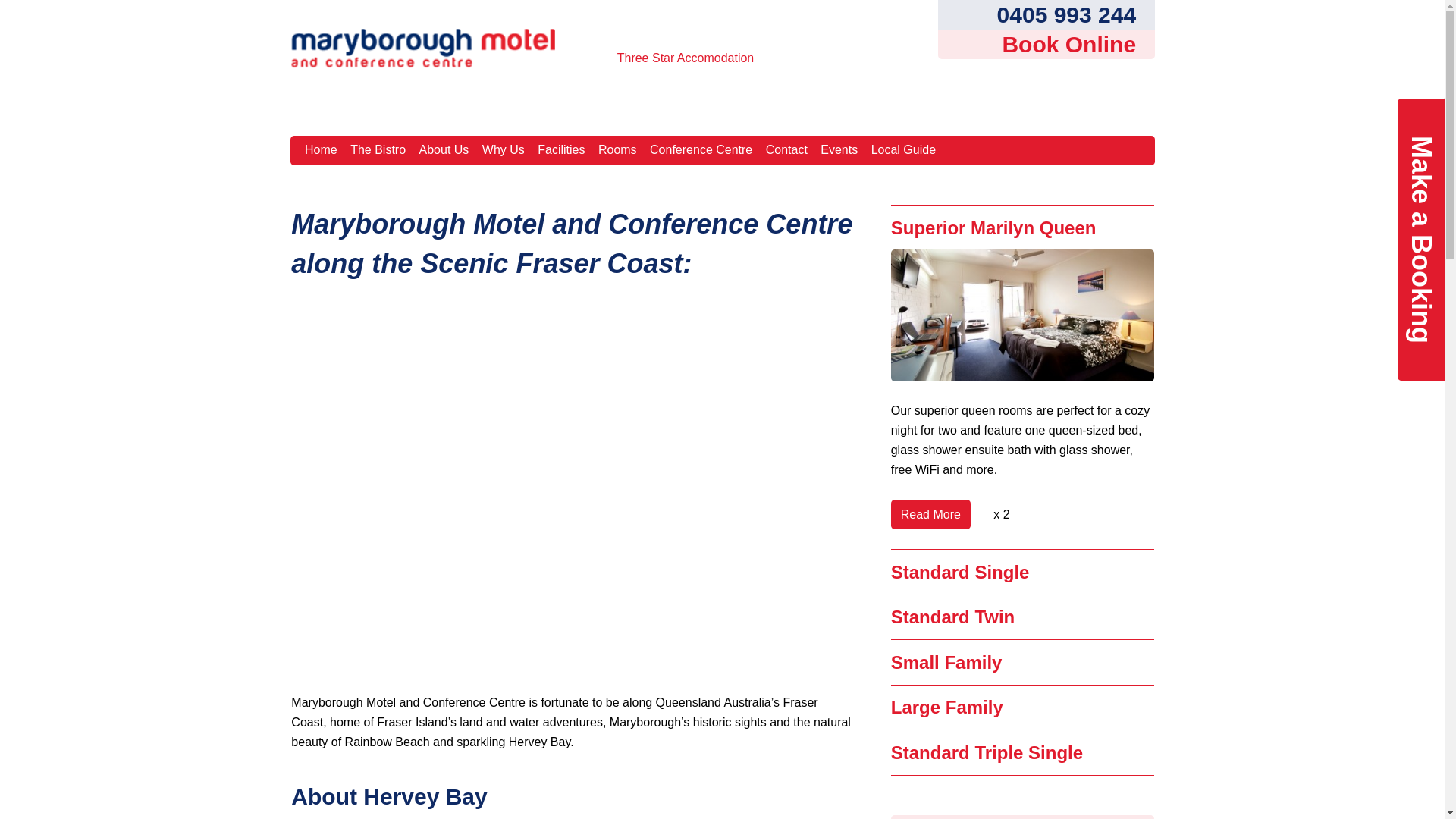 Image resolution: width=1456 pixels, height=819 pixels. What do you see at coordinates (1044, 43) in the screenshot?
I see `'Book Online'` at bounding box center [1044, 43].